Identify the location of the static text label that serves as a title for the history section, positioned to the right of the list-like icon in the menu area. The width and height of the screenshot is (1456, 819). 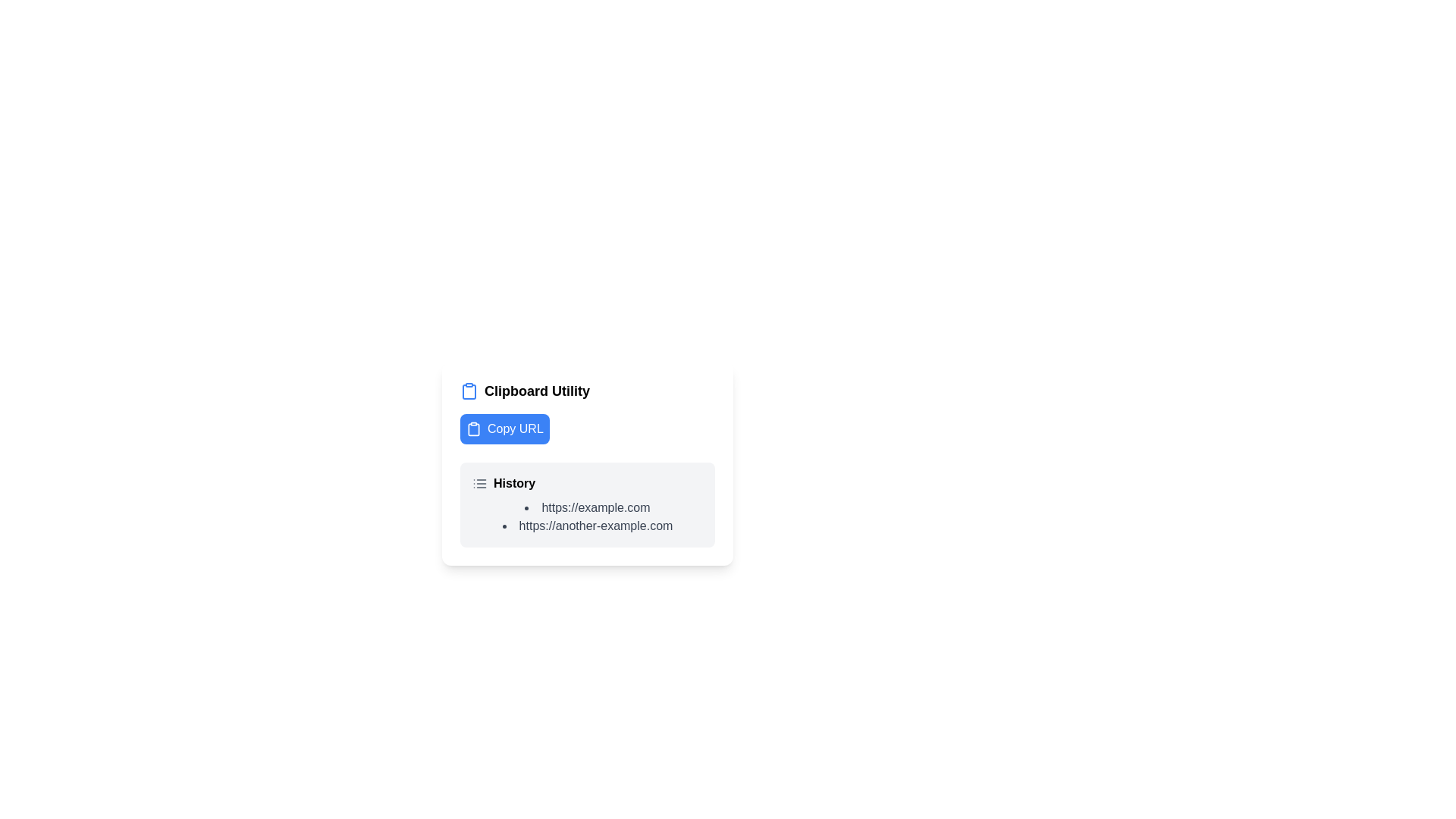
(514, 483).